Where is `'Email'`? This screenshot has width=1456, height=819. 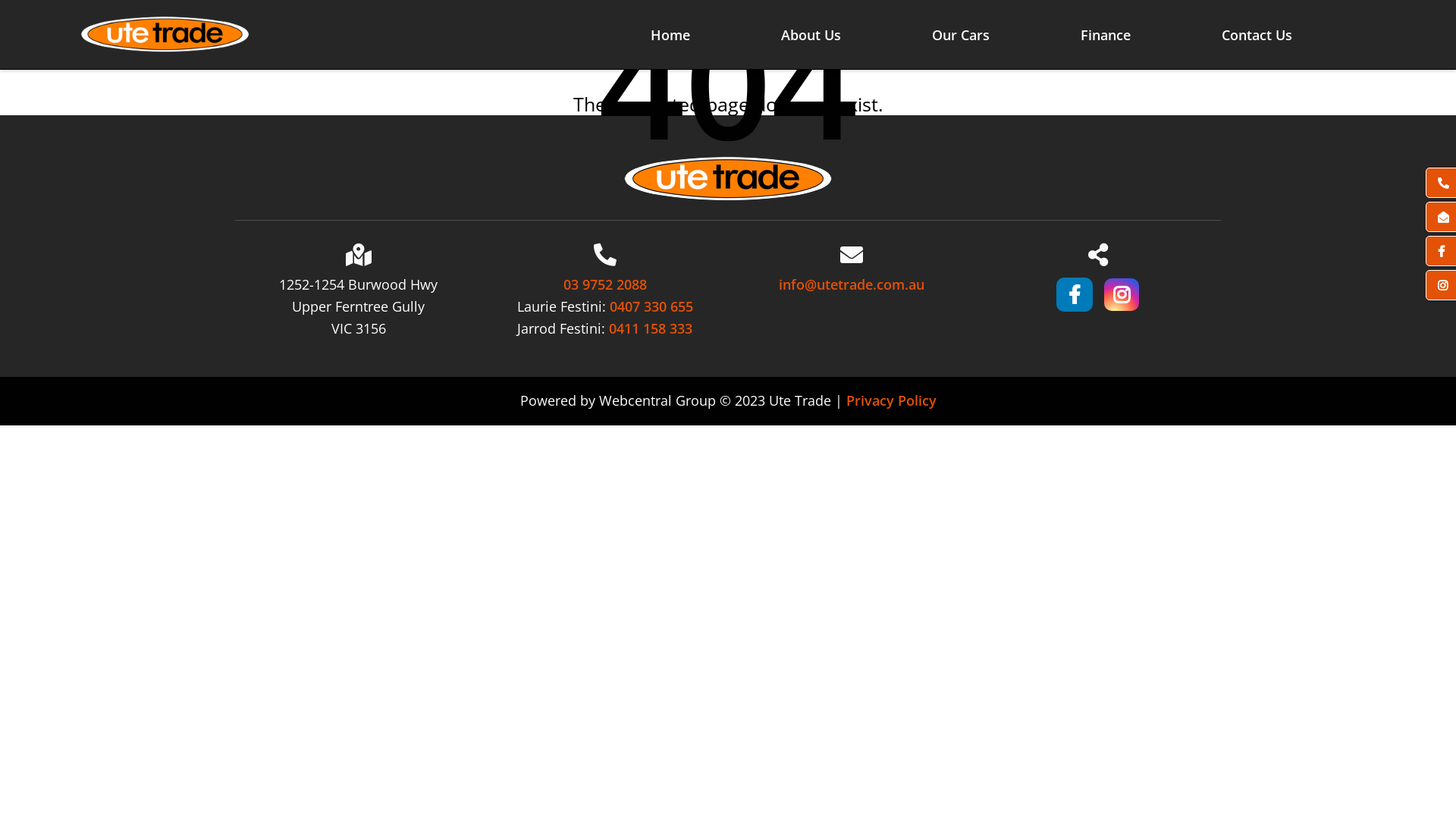
'Email' is located at coordinates (852, 253).